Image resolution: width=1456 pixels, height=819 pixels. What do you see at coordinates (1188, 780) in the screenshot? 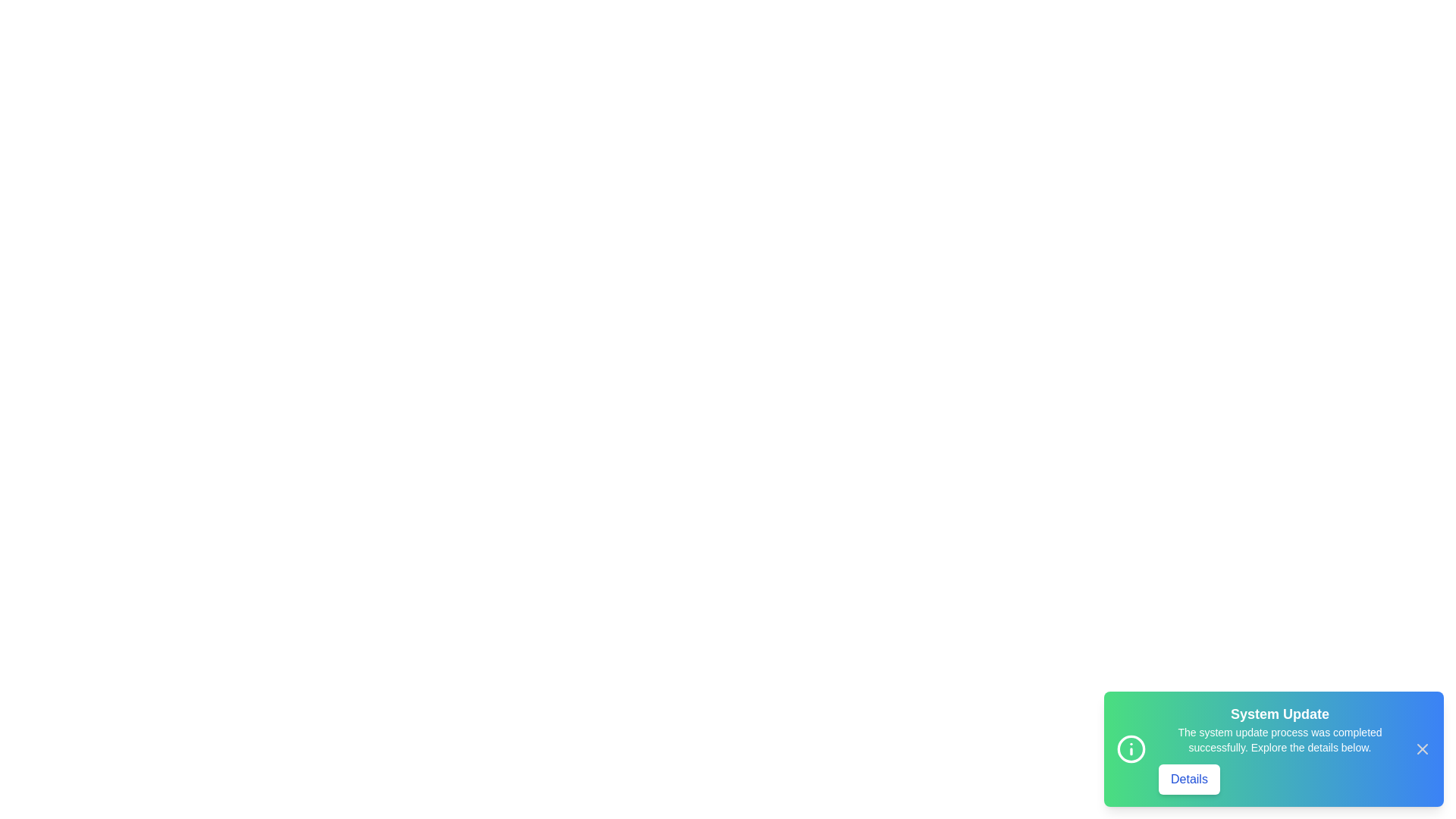
I see `the 'Details' button to display additional information` at bounding box center [1188, 780].